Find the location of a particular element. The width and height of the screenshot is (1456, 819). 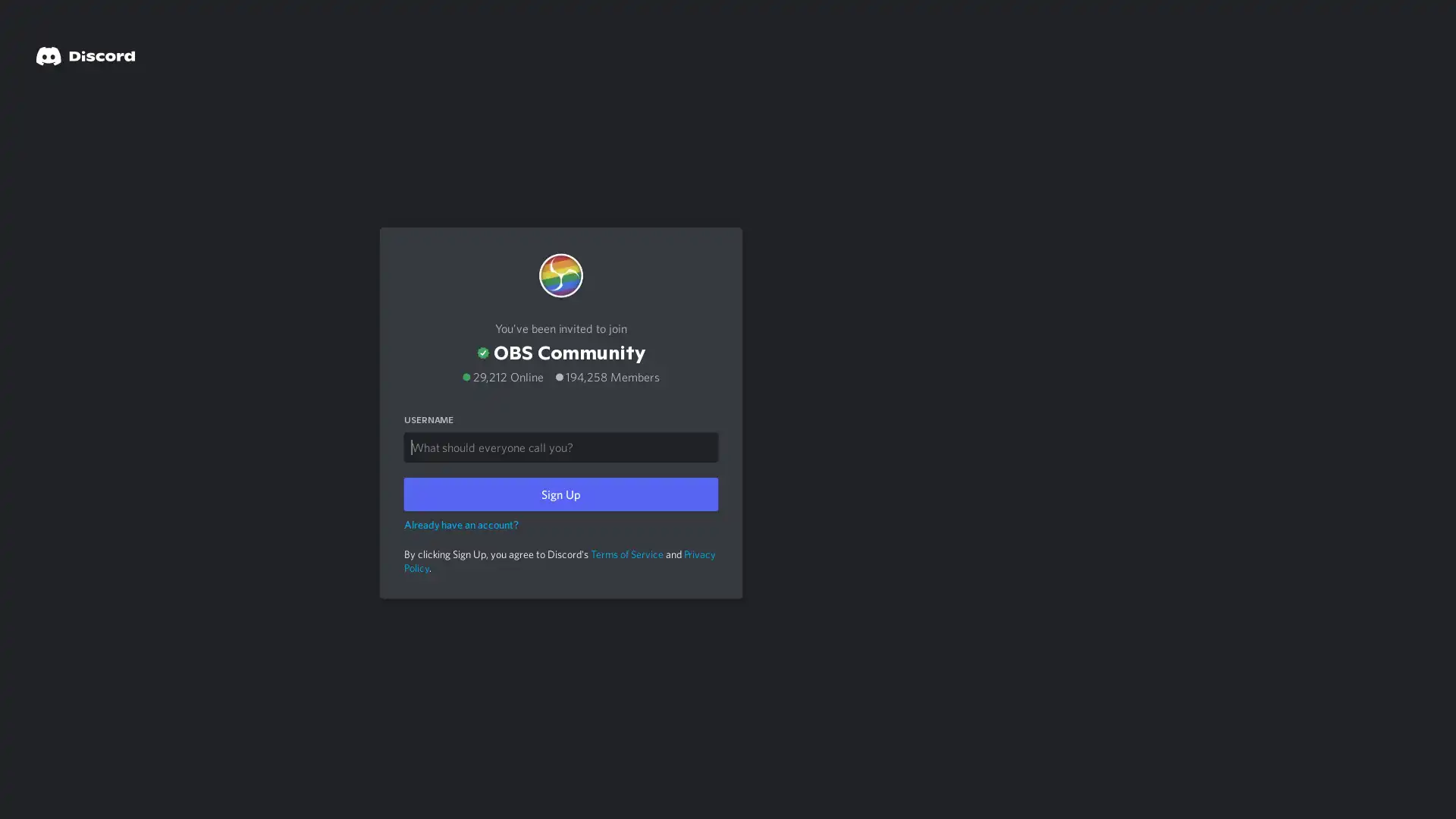

Already have an account? is located at coordinates (460, 519).